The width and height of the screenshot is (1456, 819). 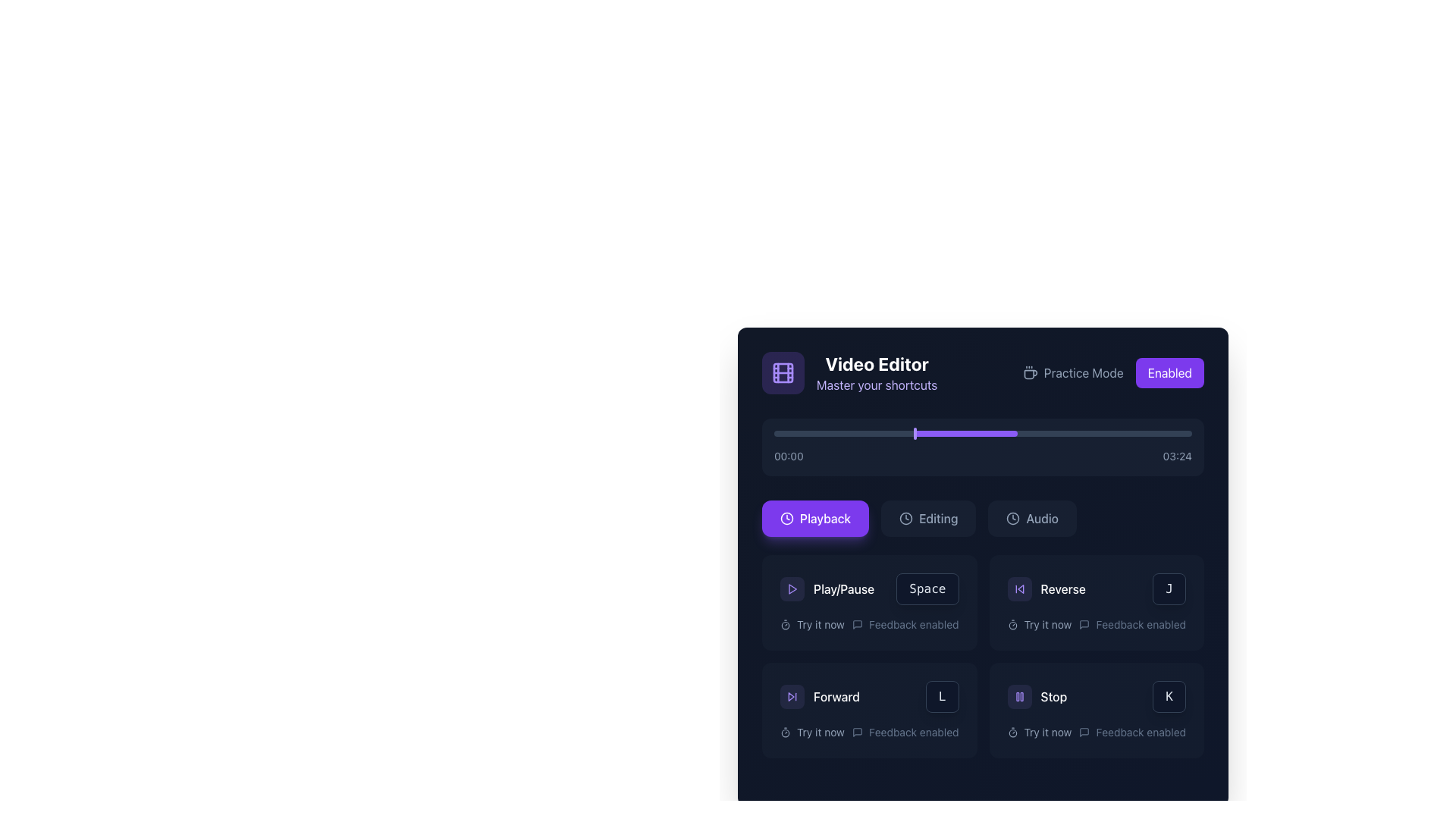 What do you see at coordinates (869, 601) in the screenshot?
I see `the interactive card element located in the first row, first column of the Video Editor interface` at bounding box center [869, 601].